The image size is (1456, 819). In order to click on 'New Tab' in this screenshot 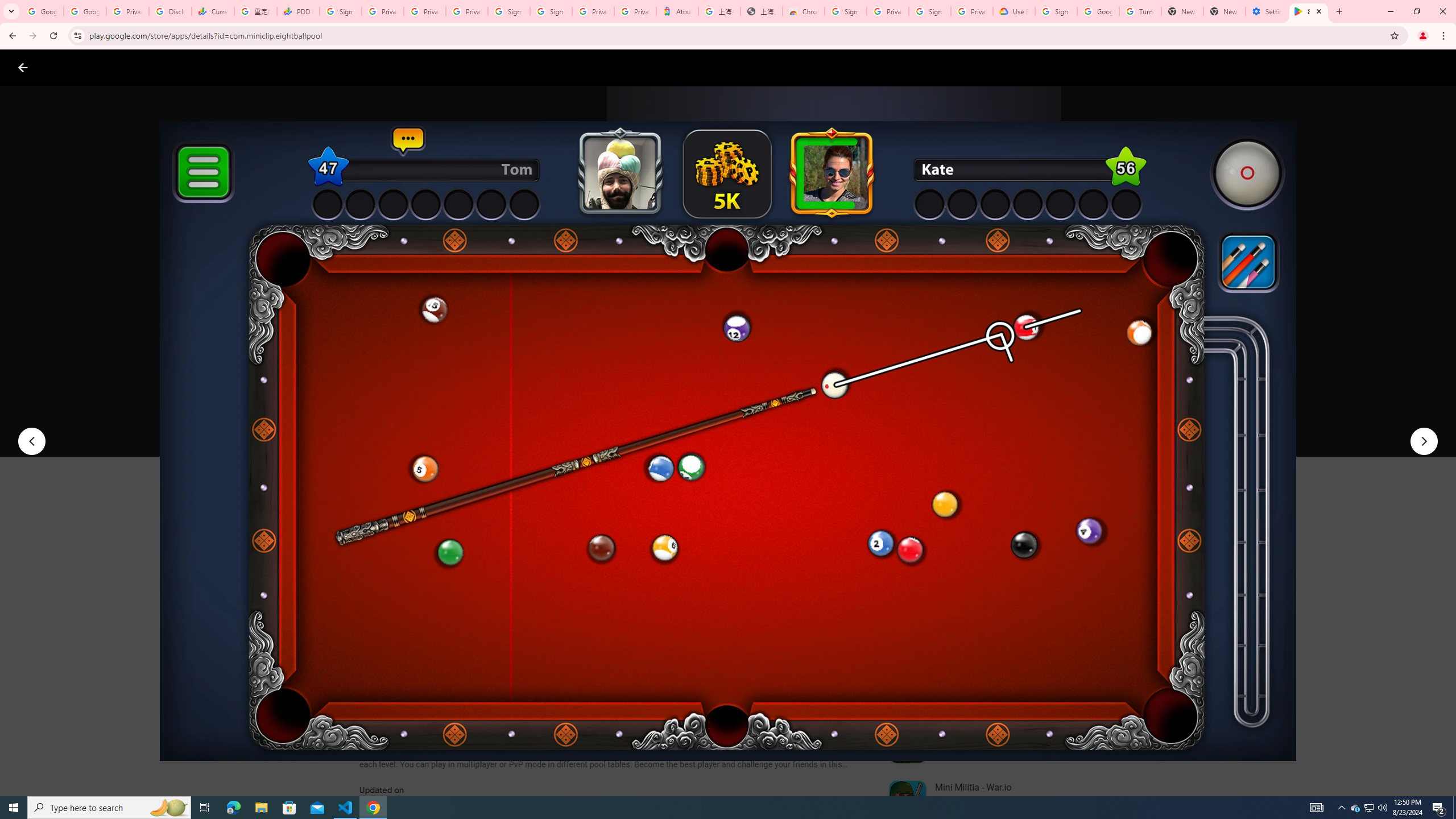, I will do `click(1224, 11)`.